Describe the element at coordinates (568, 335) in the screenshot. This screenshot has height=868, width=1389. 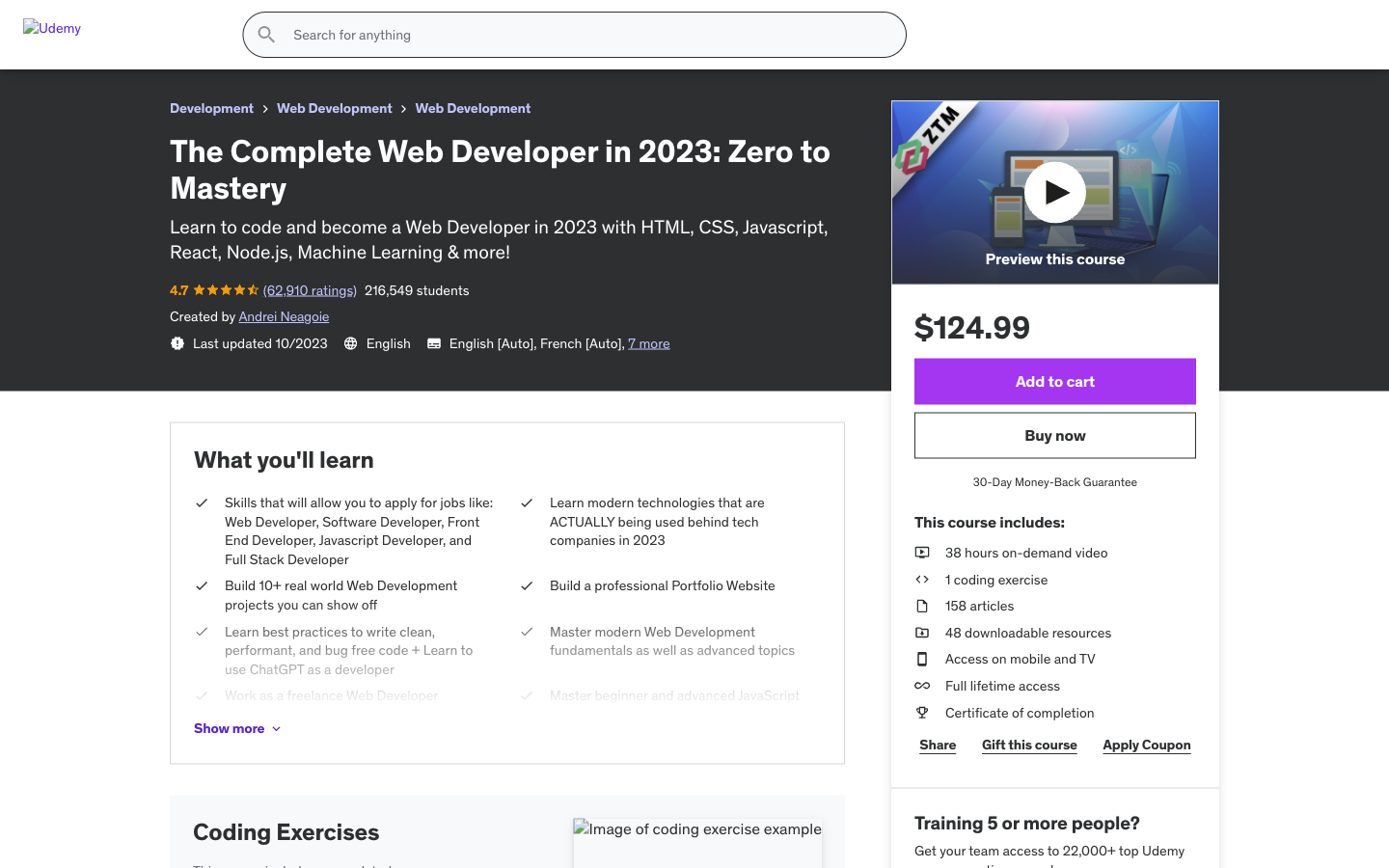
I see `In the tracking area, remove the last character of the tracking ID` at that location.